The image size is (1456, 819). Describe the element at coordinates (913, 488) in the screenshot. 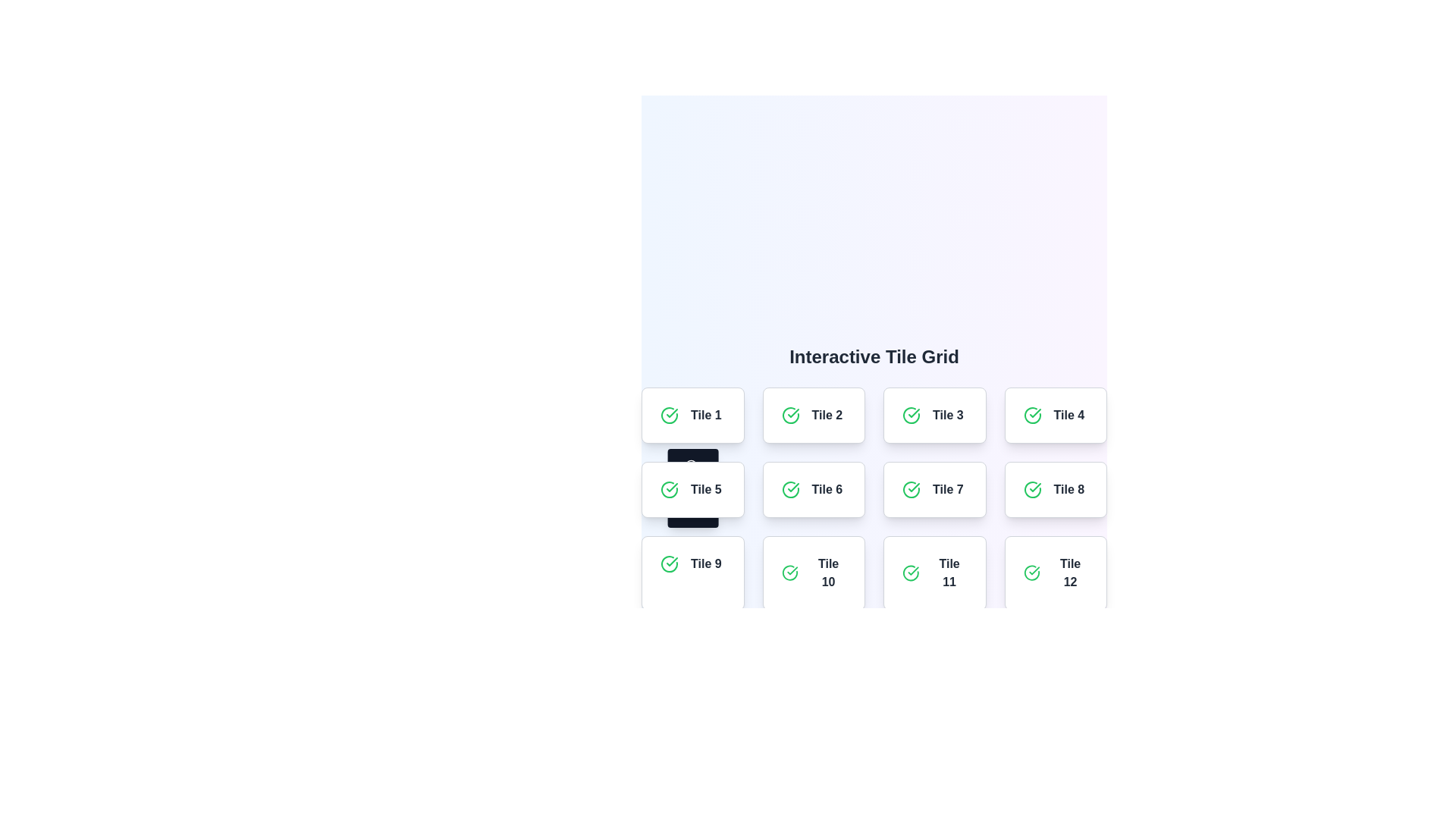

I see `Checkmark icon, which is a green checkmark within a circular boundary, located in the center of the 'Tile 5' grid tile` at that location.